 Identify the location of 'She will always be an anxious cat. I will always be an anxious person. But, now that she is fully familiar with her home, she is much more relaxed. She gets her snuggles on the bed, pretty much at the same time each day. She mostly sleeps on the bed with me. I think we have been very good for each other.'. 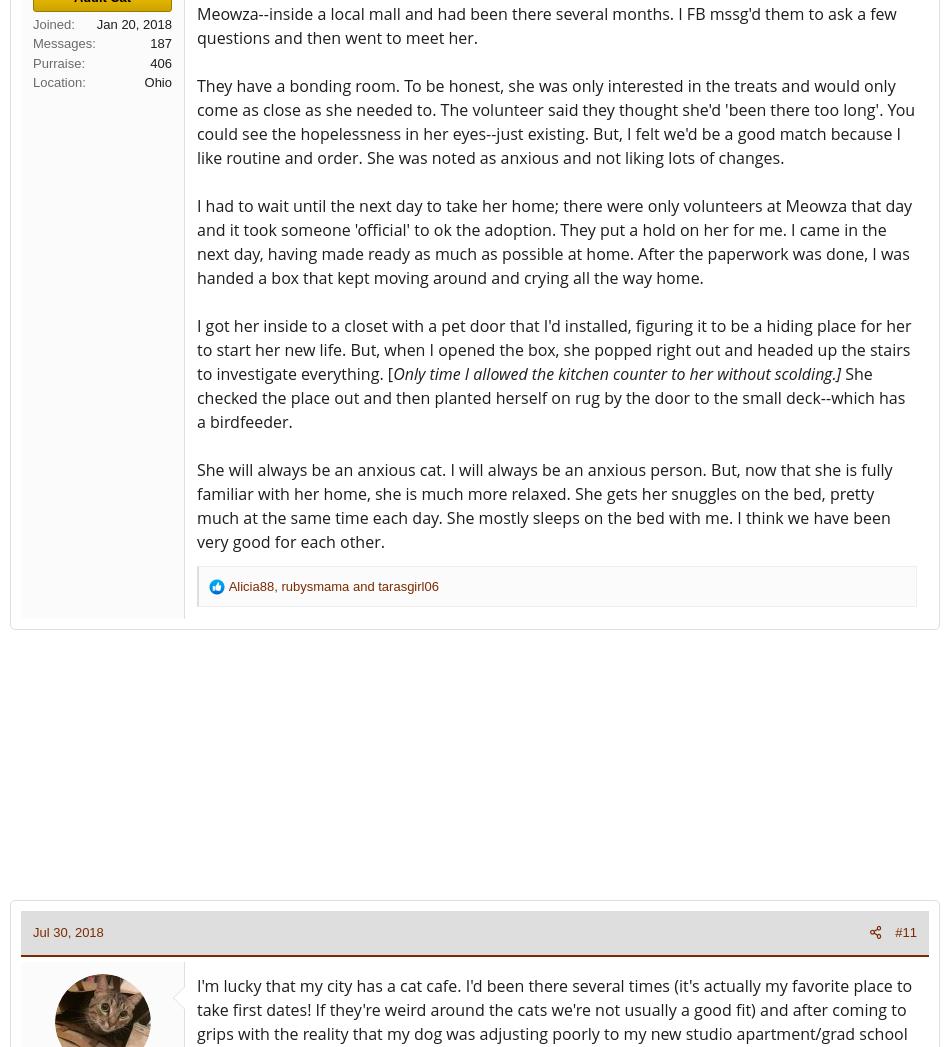
(544, 503).